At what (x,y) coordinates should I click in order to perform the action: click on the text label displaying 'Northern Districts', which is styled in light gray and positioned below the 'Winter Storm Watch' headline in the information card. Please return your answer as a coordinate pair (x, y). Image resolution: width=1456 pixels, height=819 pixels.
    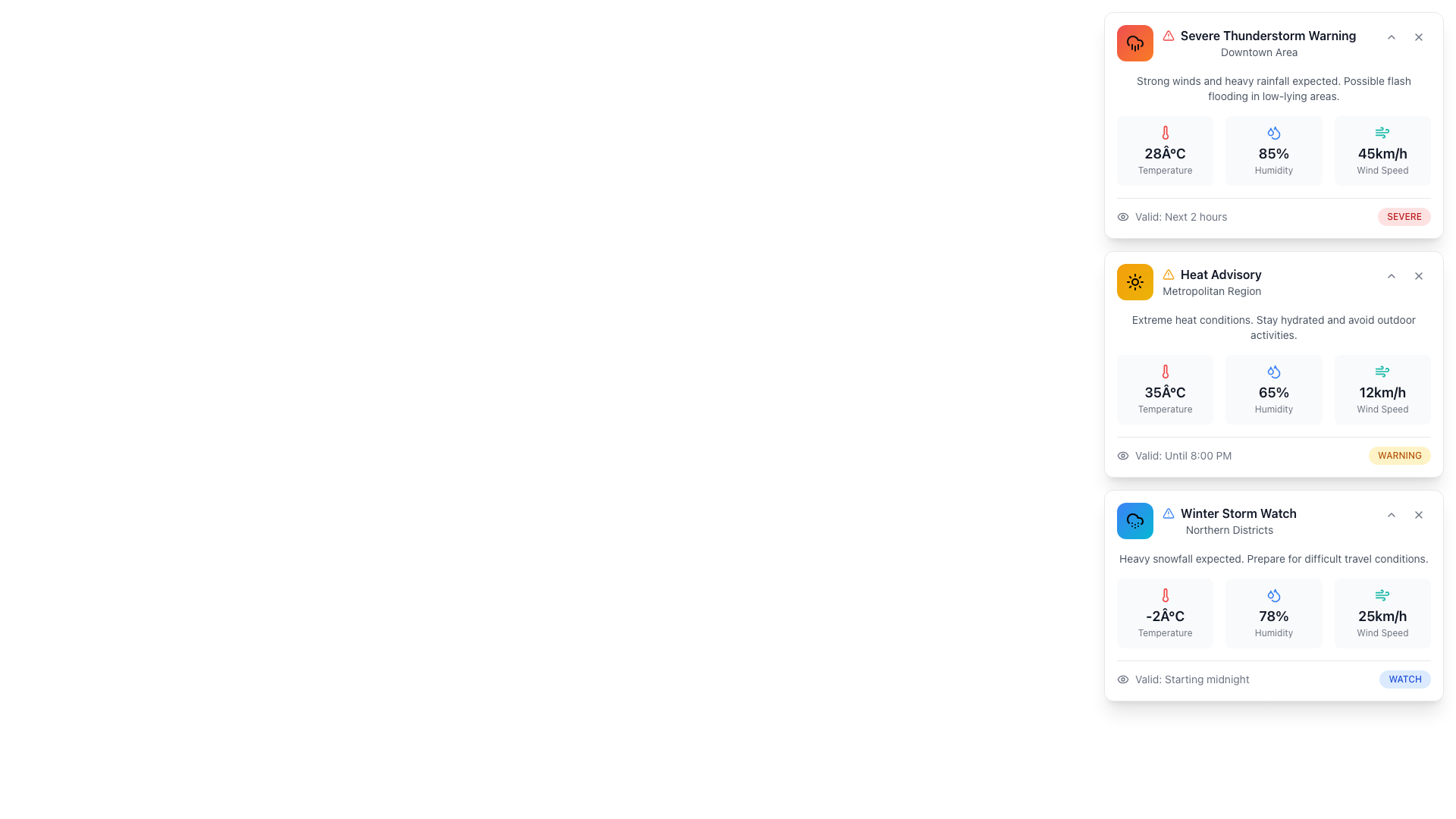
    Looking at the image, I should click on (1229, 529).